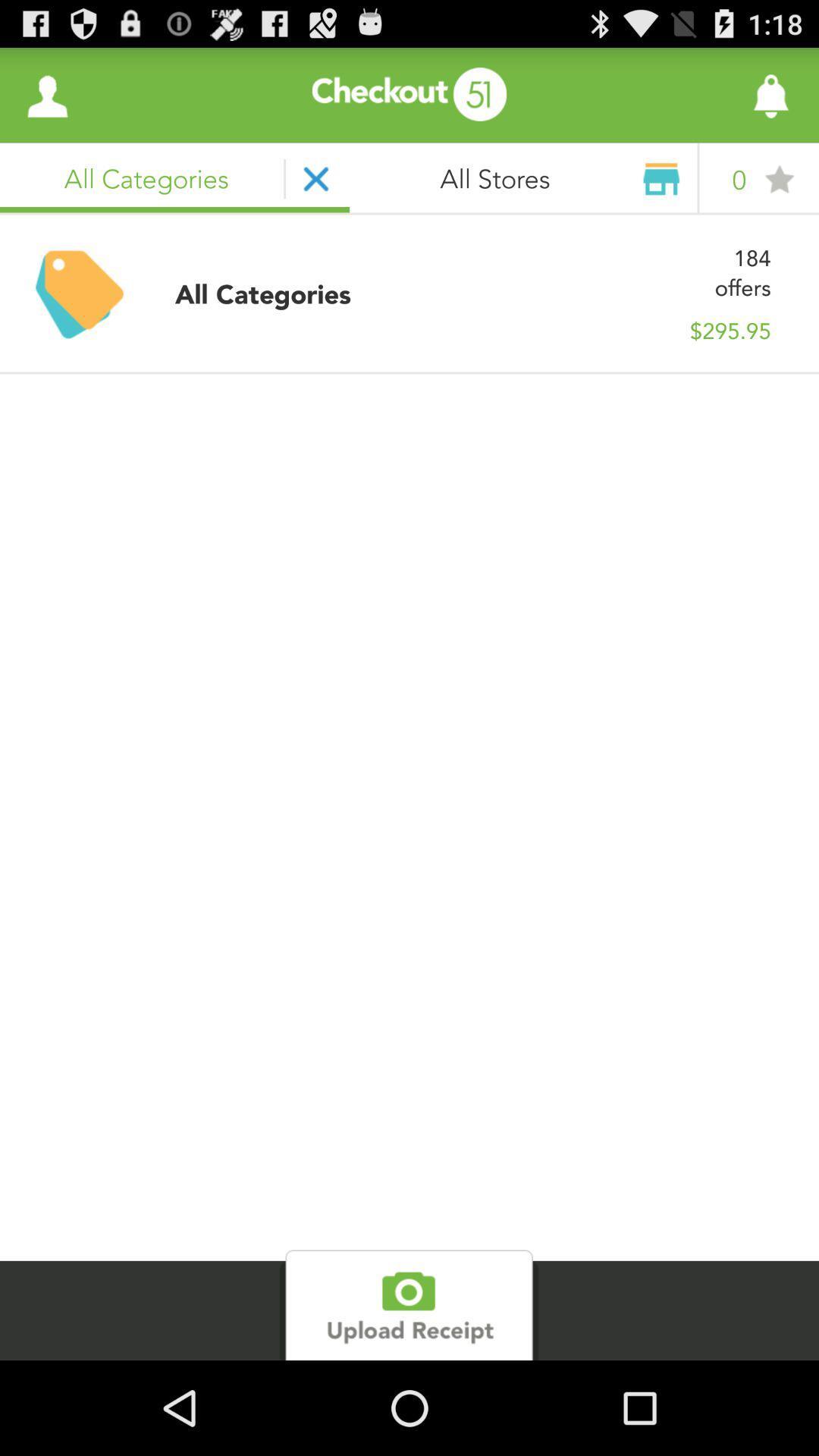  I want to click on item above the all categories, so click(46, 94).